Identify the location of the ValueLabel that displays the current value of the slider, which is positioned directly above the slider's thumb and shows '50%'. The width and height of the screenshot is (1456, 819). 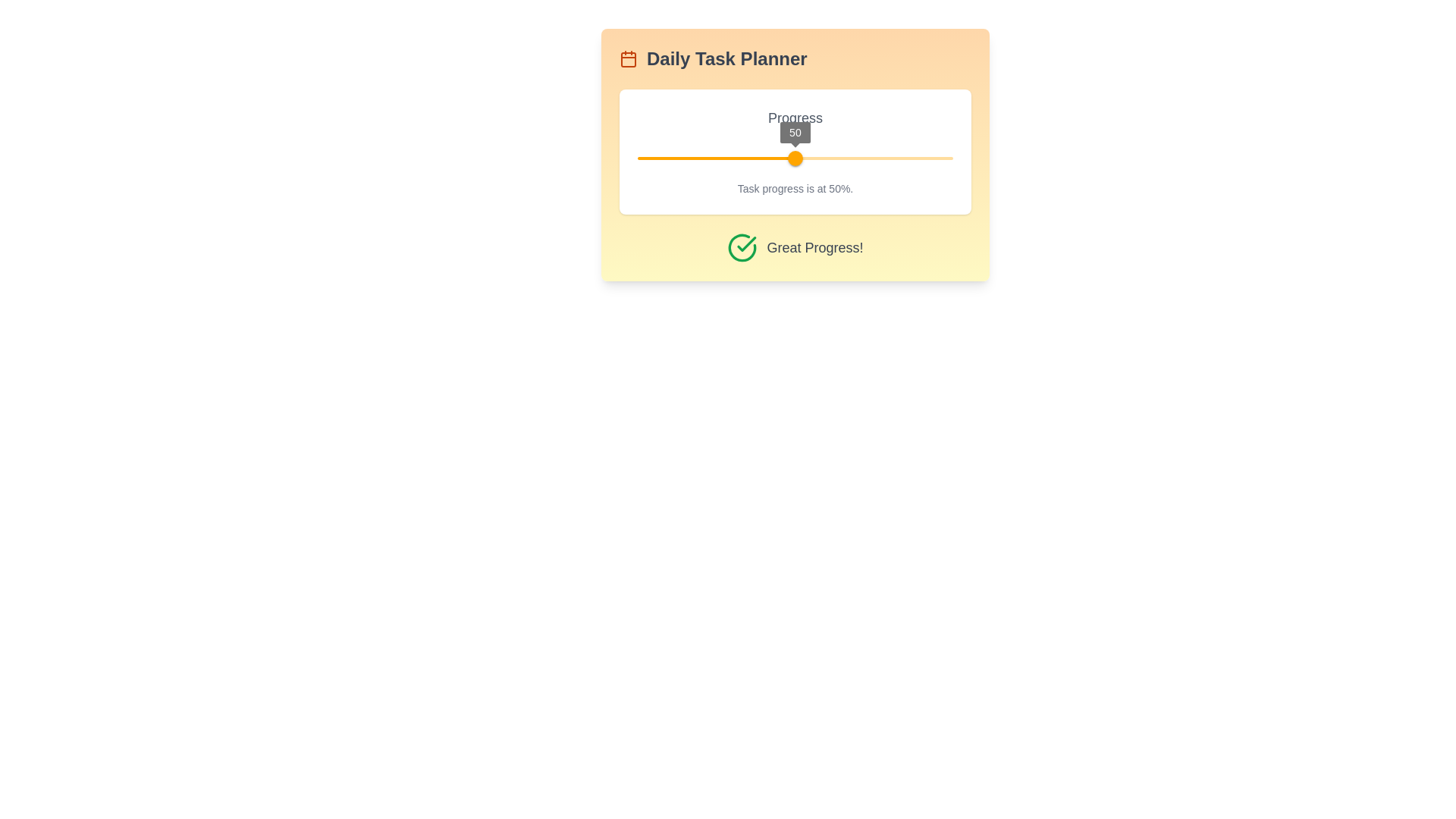
(795, 130).